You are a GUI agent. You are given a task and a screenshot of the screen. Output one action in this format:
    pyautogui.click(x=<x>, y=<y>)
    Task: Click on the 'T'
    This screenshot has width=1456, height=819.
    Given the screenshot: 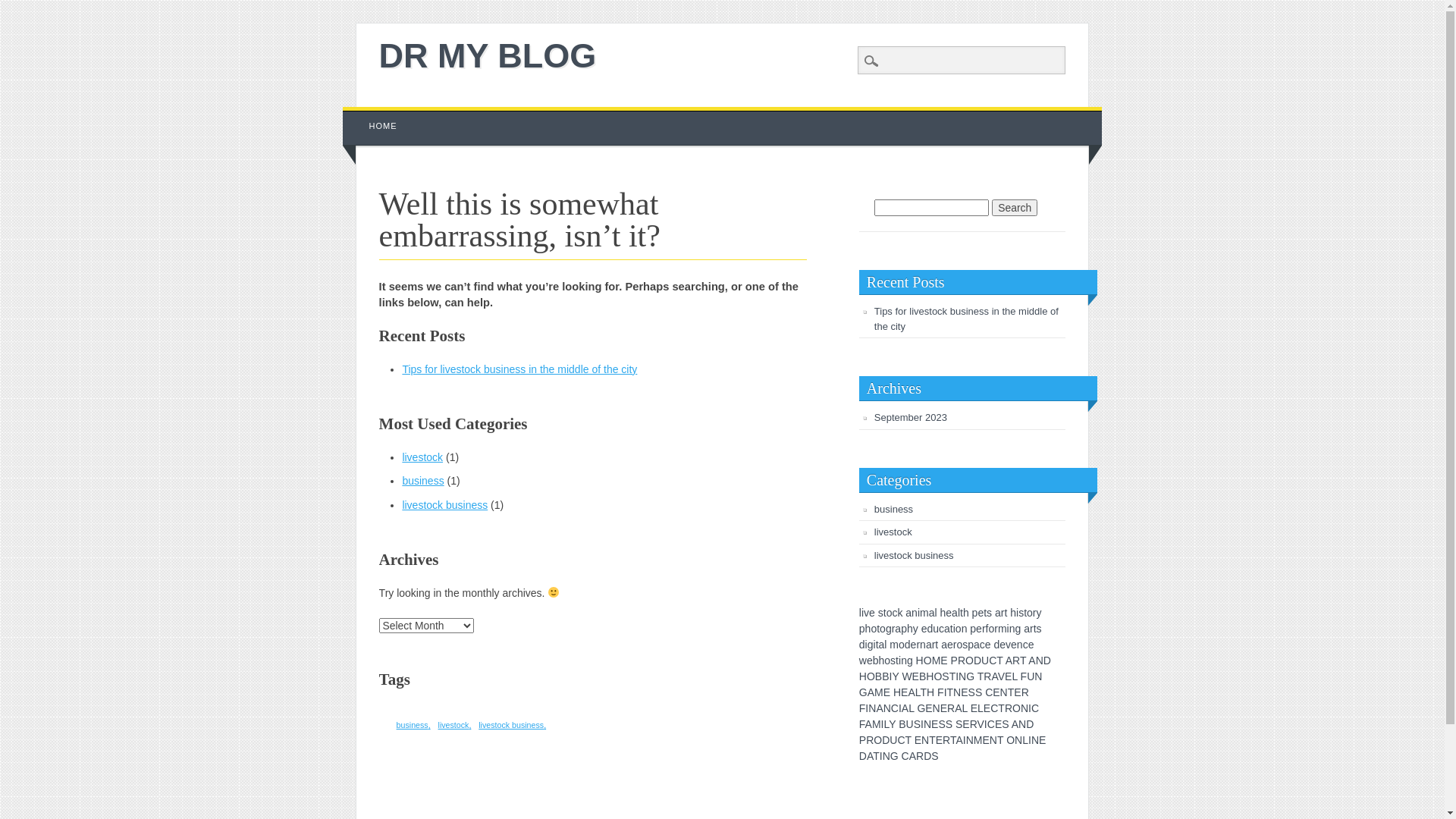 What is the action you would take?
    pyautogui.click(x=952, y=739)
    